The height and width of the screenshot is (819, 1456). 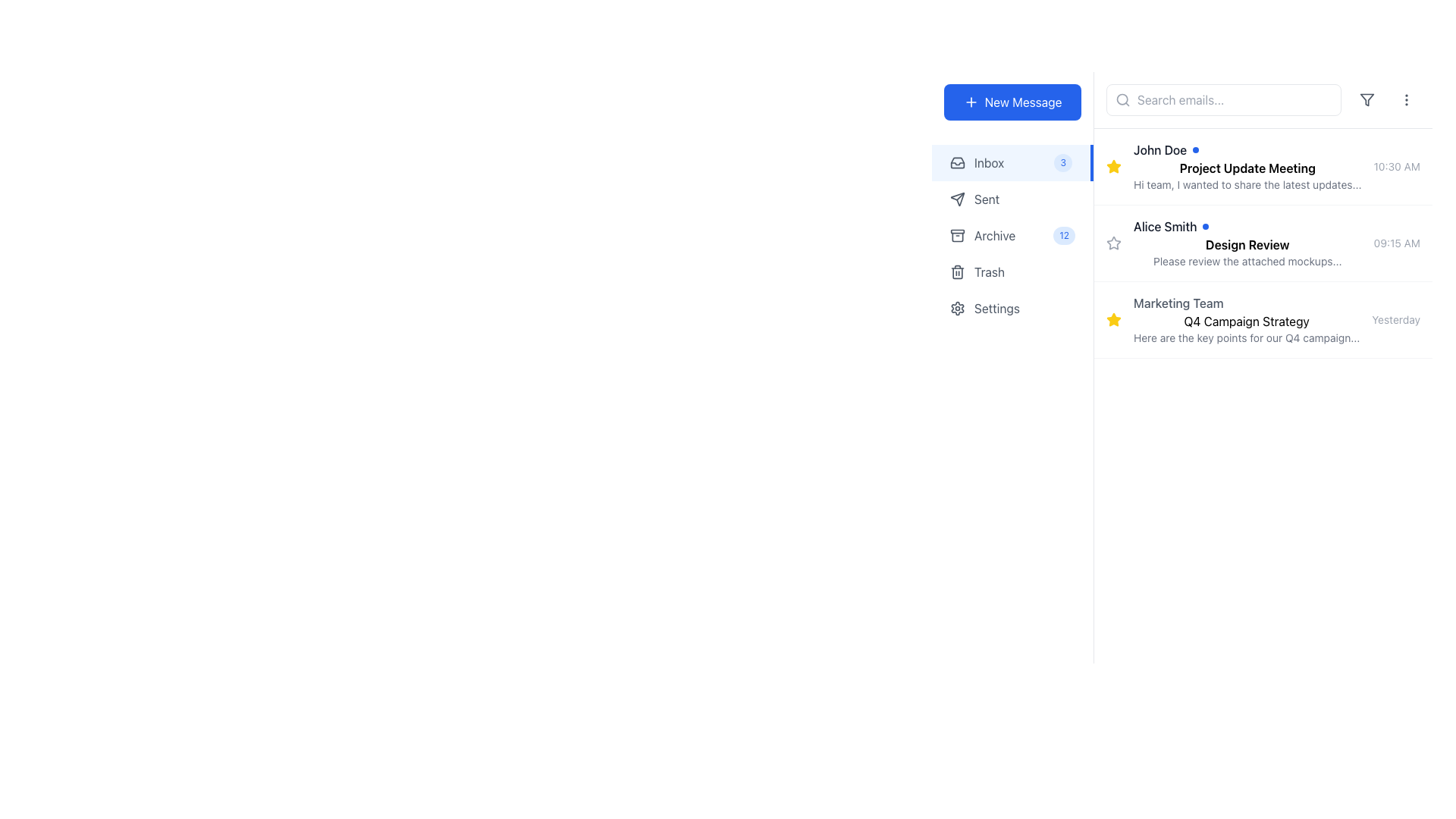 I want to click on the Badge or Notification Indicator located adjacent to the 'Archive' text in the left-side navigation bar, which displays a count of items categorized under 'Archive', so click(x=1063, y=236).